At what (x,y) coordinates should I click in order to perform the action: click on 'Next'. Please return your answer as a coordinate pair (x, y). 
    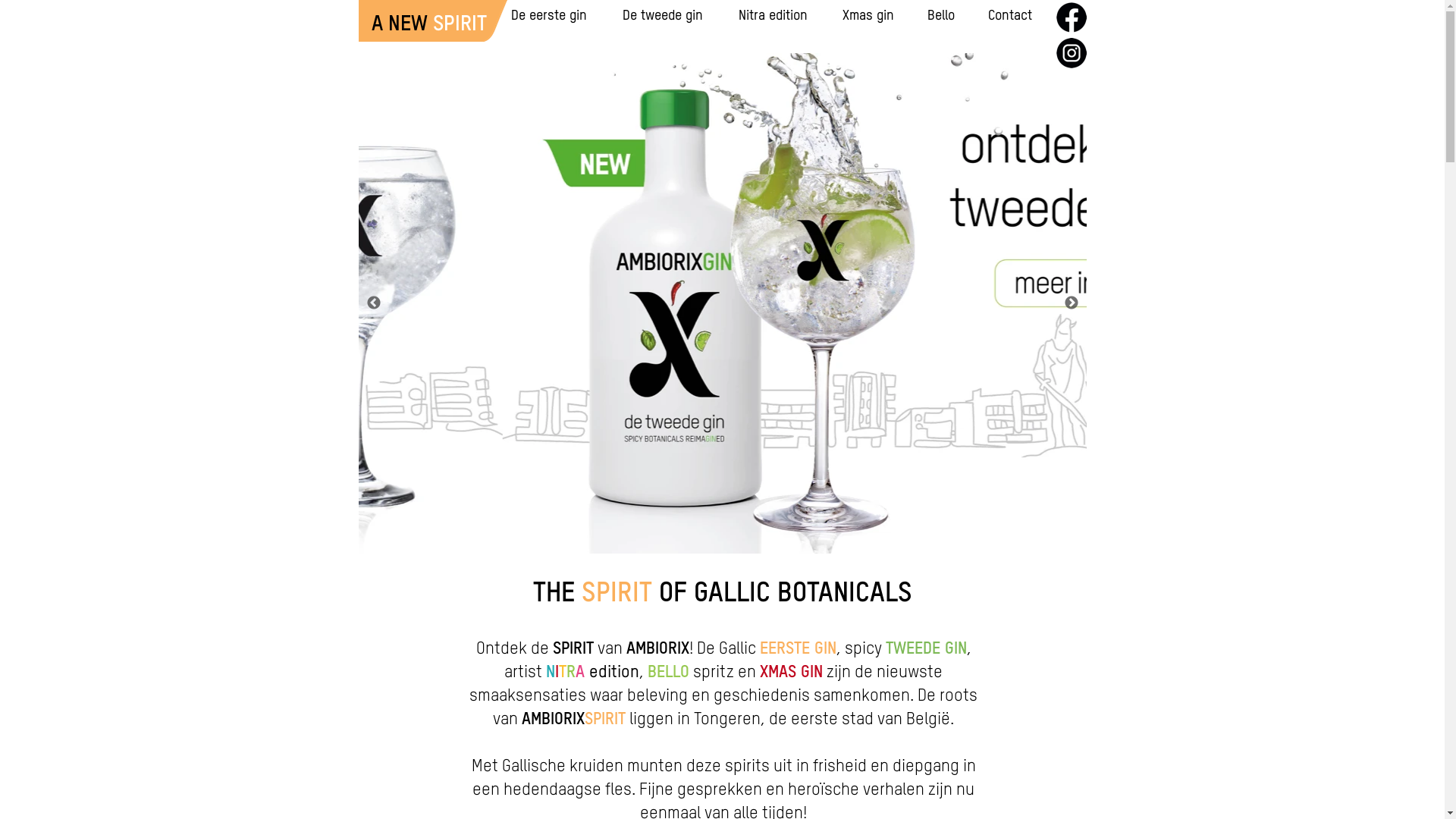
    Looking at the image, I should click on (1069, 303).